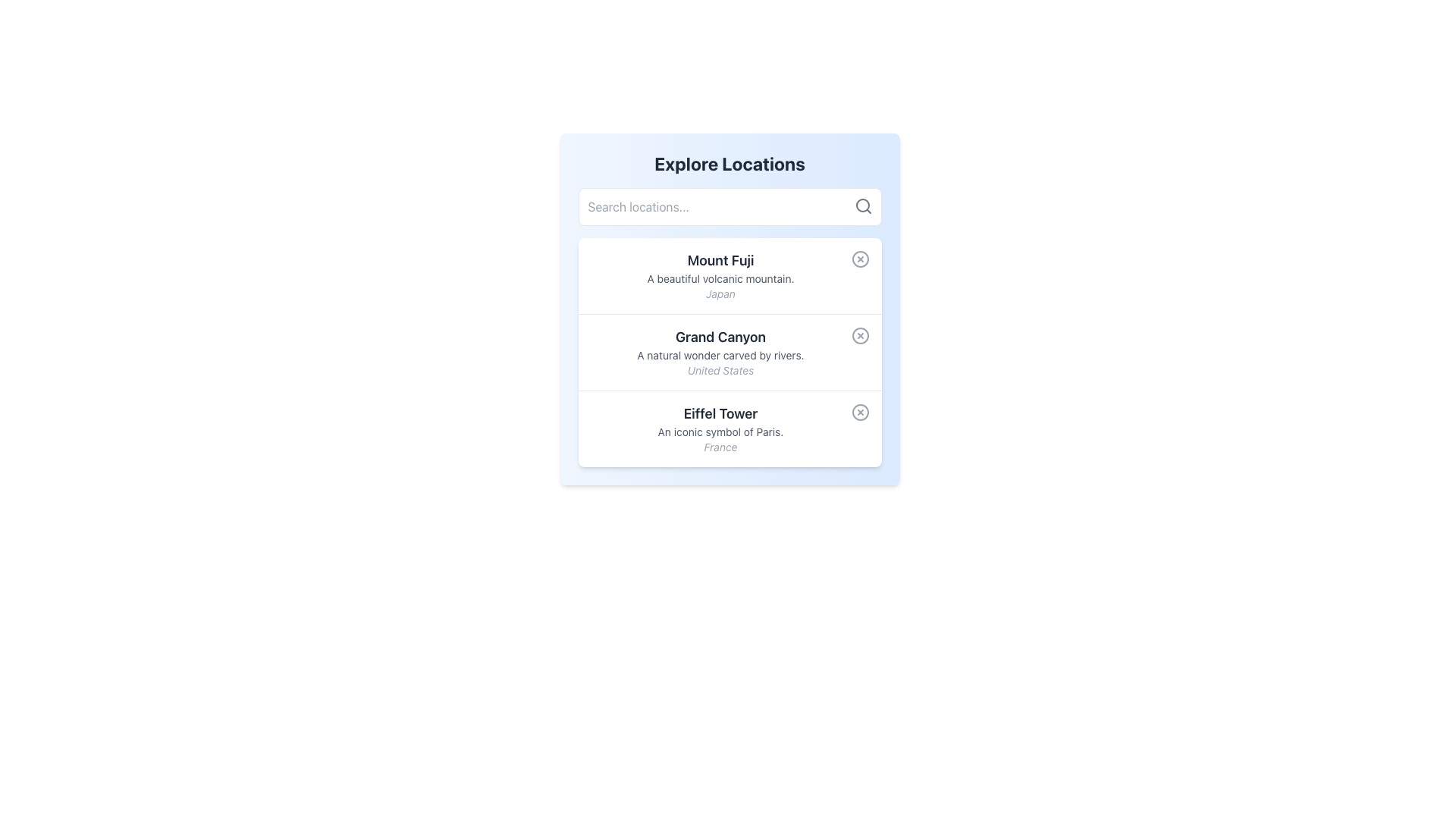 The image size is (1456, 819). Describe the element at coordinates (862, 205) in the screenshot. I see `the hollow circular graphic that represents the lens of the search icon in the top-right corner of the search input field within the 'Explore Locations' panel` at that location.